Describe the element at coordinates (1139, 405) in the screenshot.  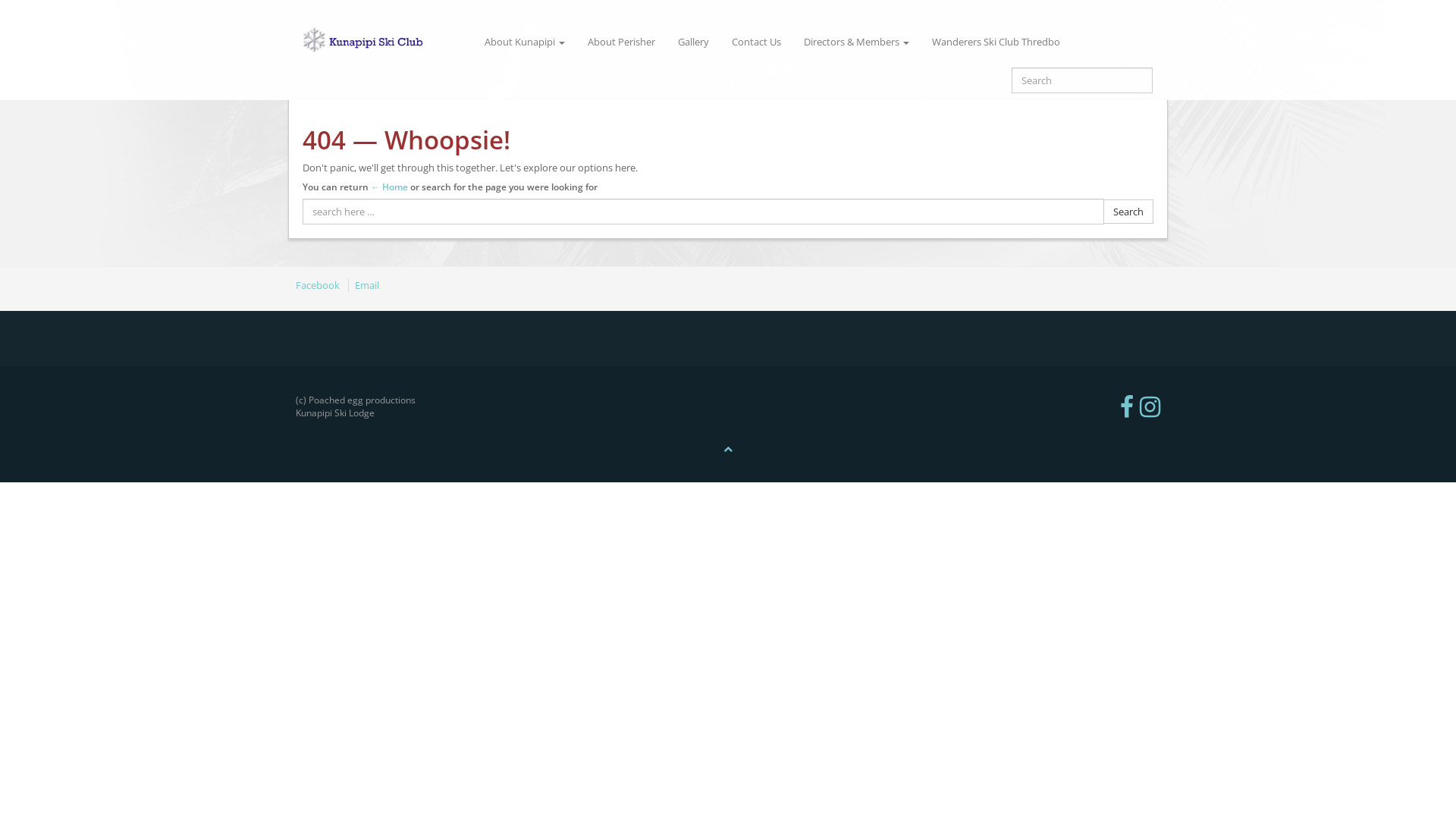
I see `'instagram'` at that location.